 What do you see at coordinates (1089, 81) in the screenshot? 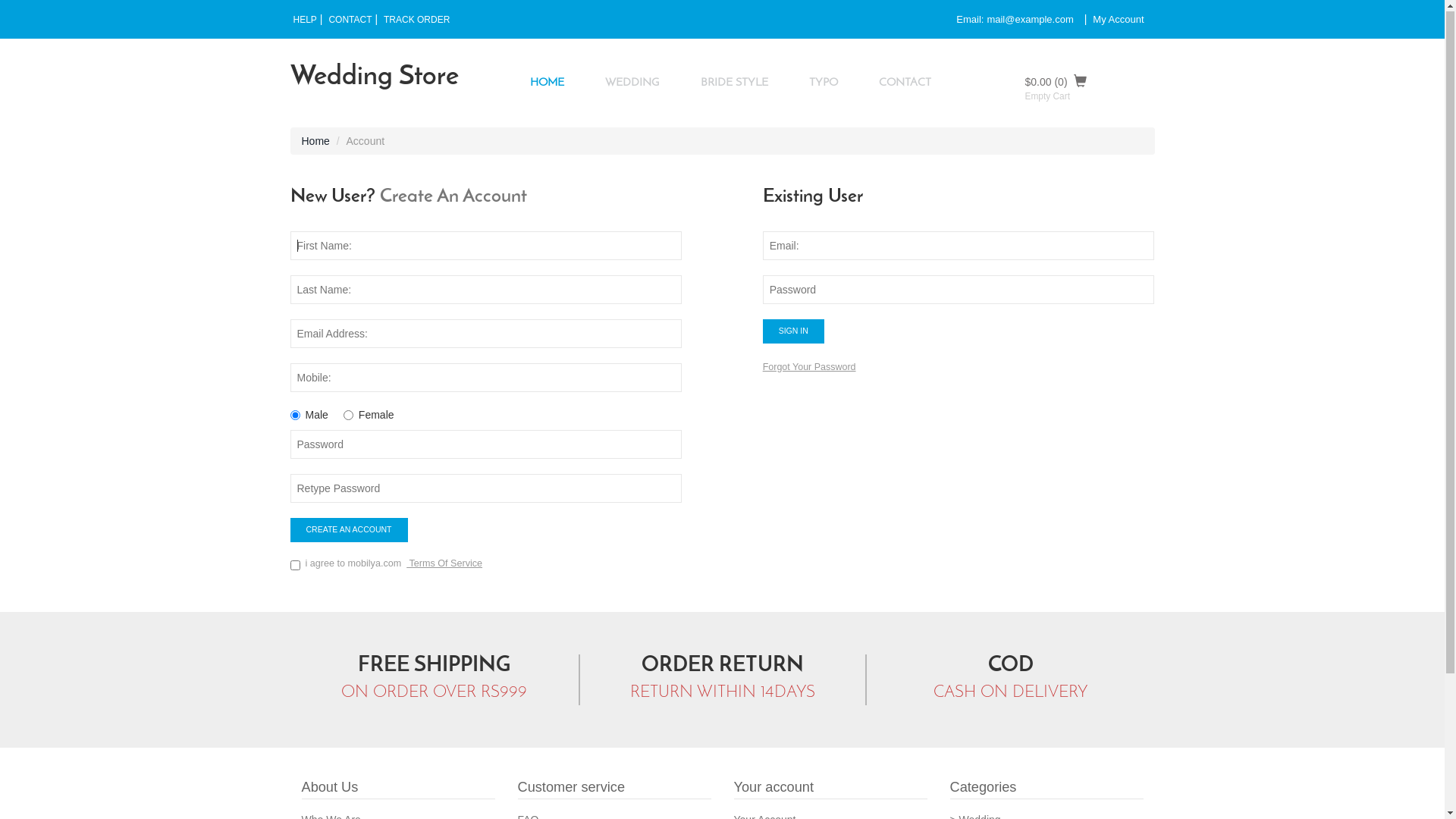
I see `'$0.00 (0)'` at bounding box center [1089, 81].